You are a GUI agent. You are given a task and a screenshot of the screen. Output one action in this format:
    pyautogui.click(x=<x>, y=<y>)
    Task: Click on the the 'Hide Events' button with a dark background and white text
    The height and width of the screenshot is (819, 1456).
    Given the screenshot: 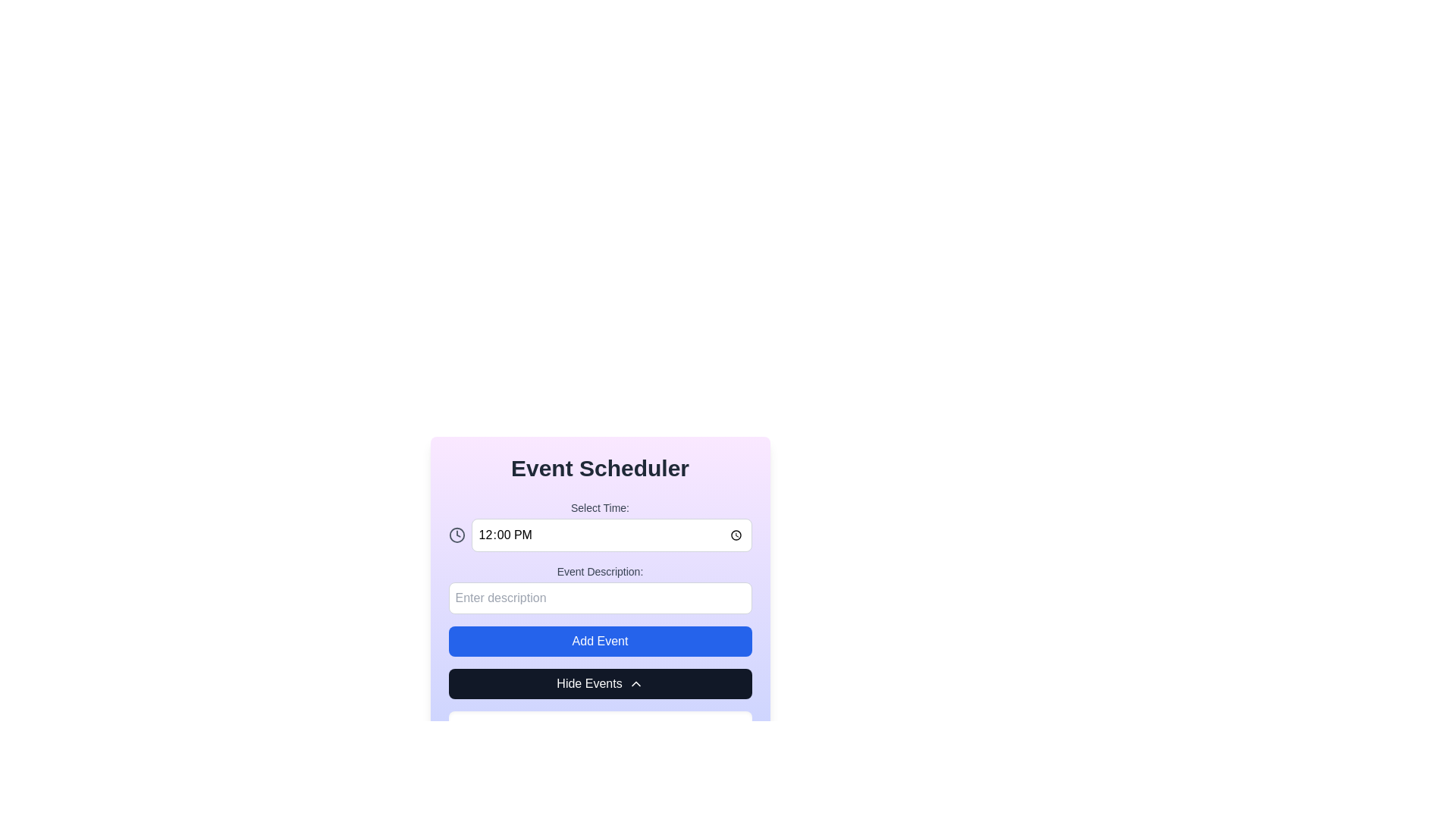 What is the action you would take?
    pyautogui.click(x=599, y=684)
    